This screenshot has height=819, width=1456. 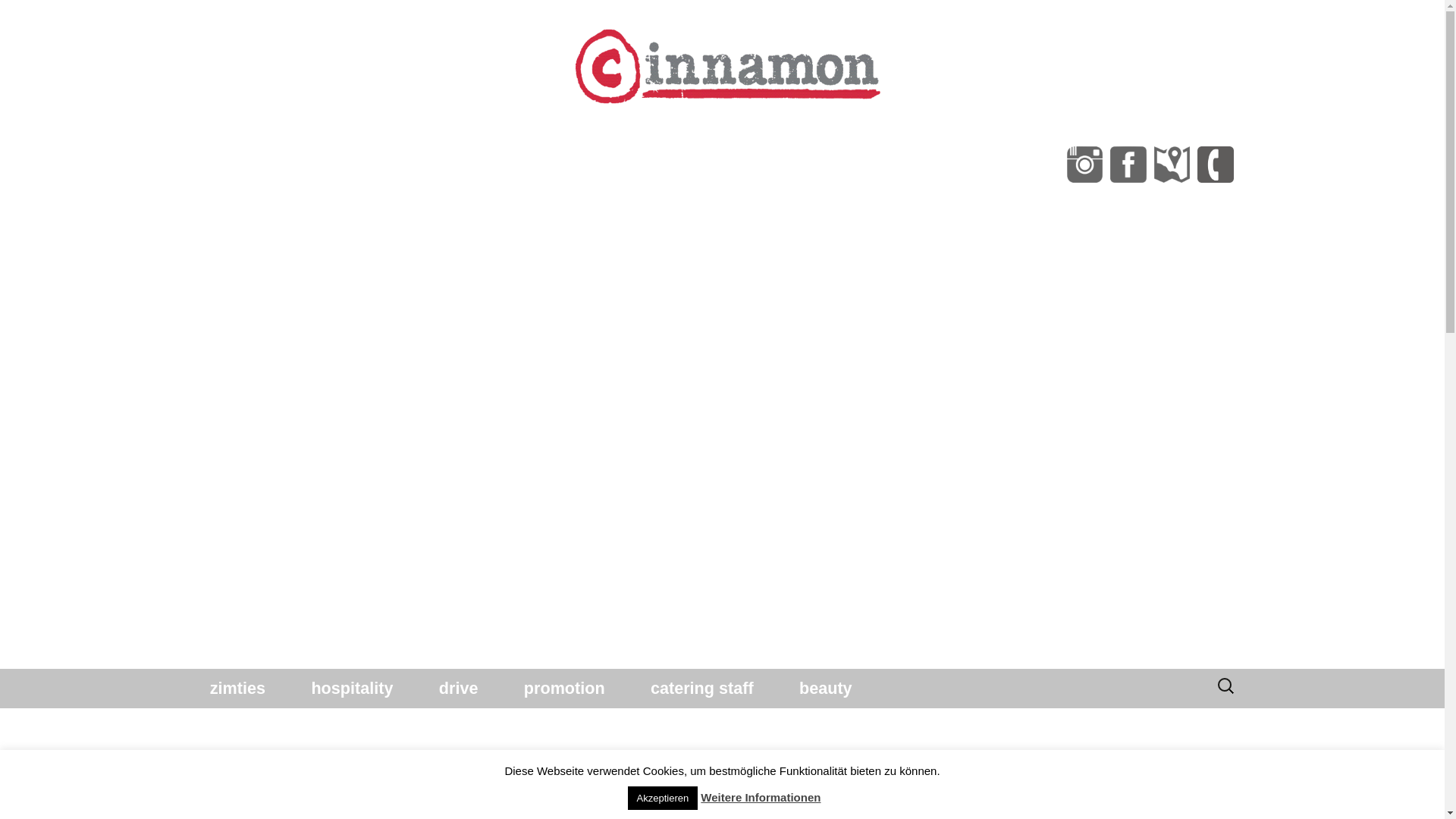 I want to click on 'promotion', so click(x=563, y=688).